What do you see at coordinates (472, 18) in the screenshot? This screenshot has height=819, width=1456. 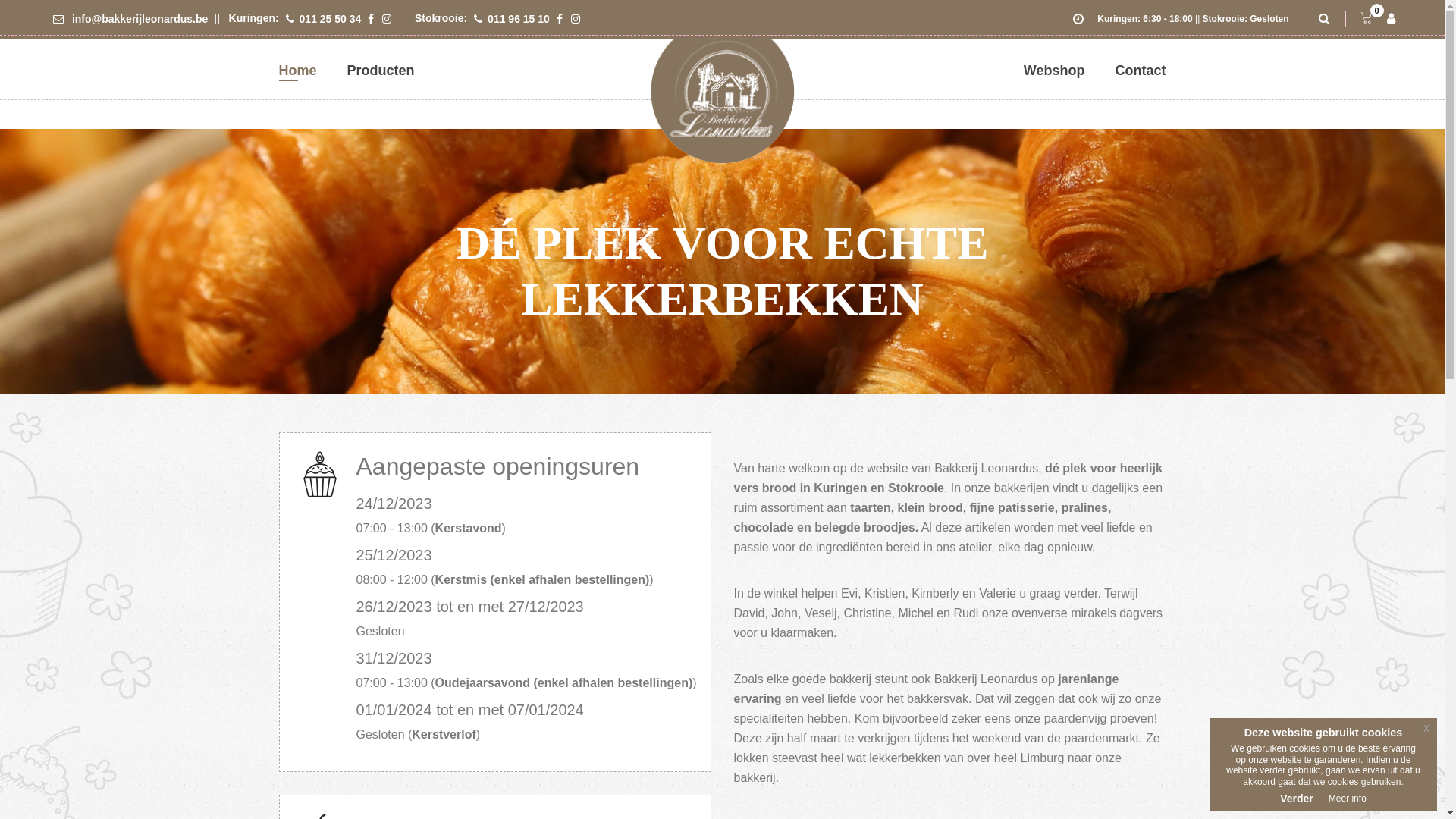 I see `'011 96 15 10'` at bounding box center [472, 18].